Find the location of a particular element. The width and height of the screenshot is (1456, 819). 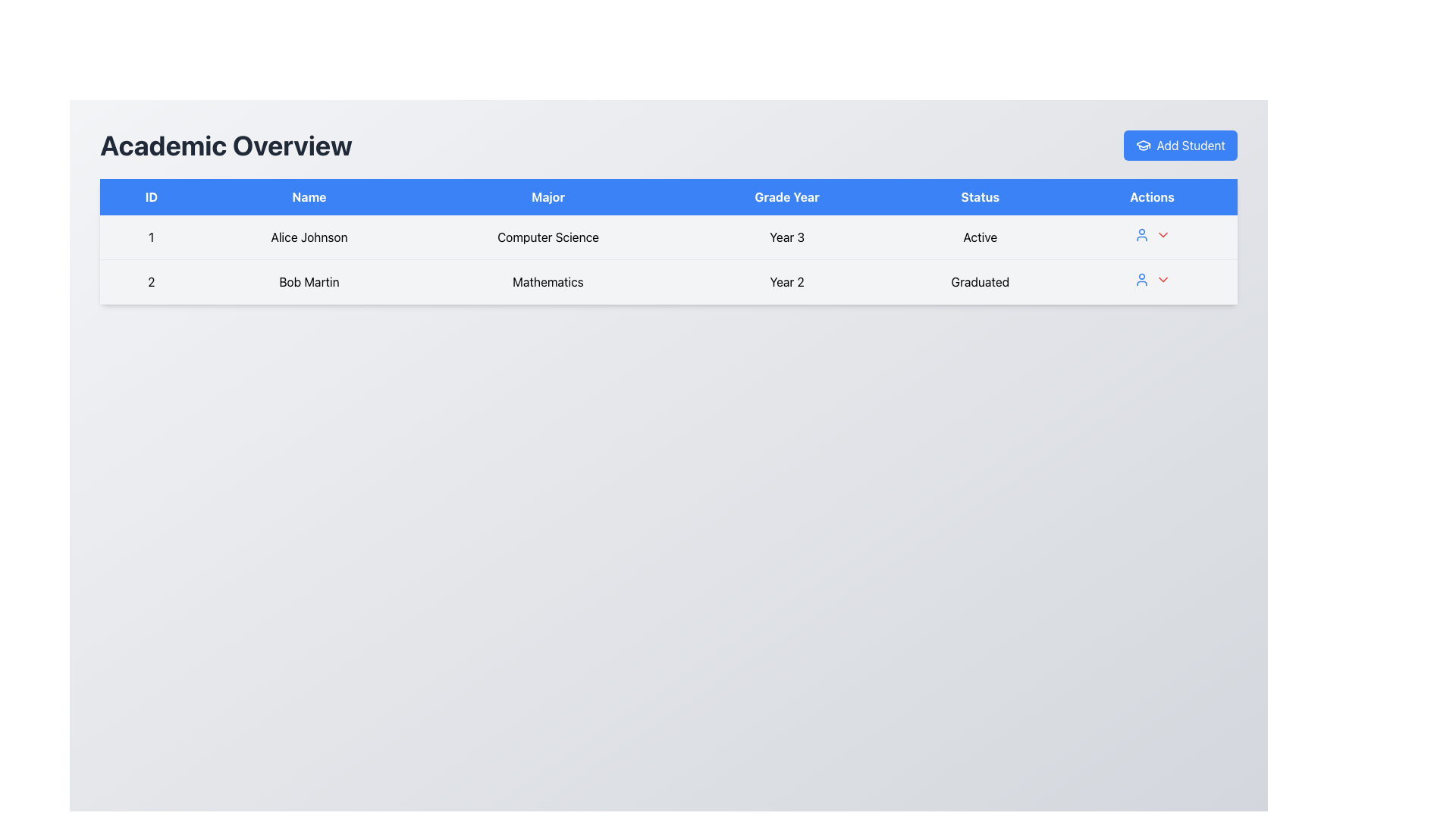

the static text label indicating the graduation status located in the fifth column of the second row under the 'Status' header is located at coordinates (980, 281).